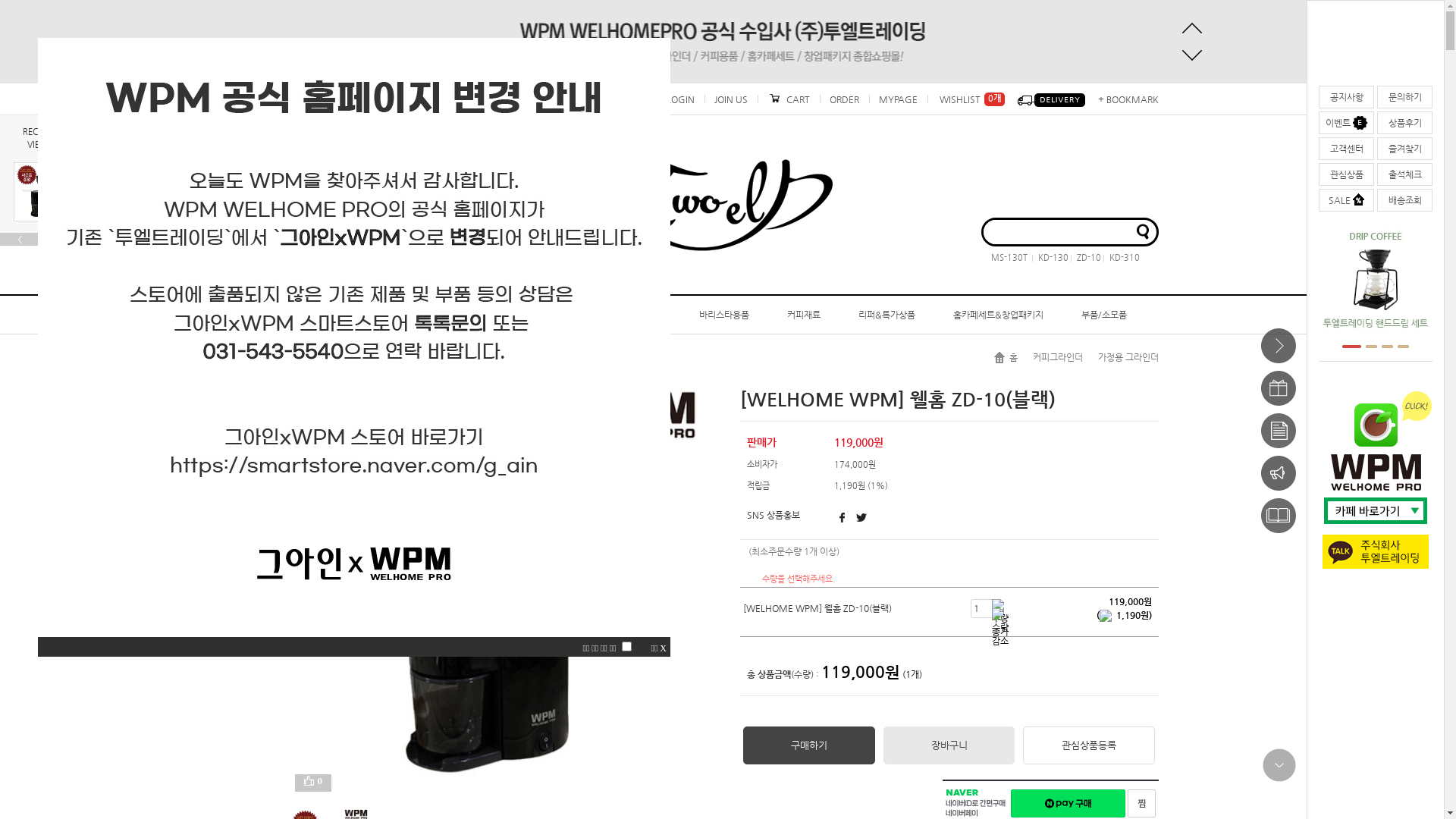  I want to click on ' MYPAGE', so click(869, 99).